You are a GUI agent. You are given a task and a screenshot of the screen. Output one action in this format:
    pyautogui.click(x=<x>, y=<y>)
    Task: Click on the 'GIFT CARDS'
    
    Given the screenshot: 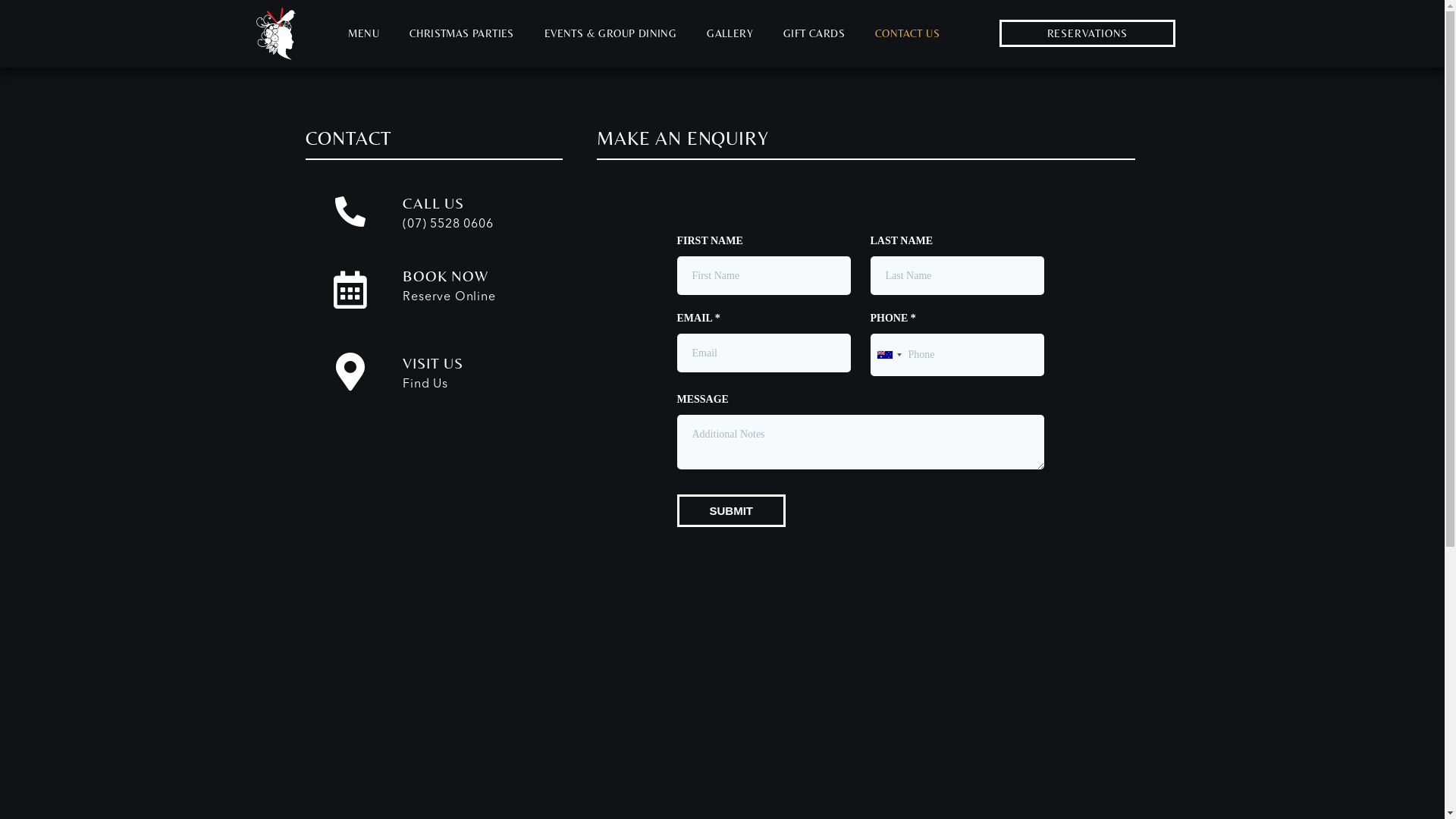 What is the action you would take?
    pyautogui.click(x=813, y=33)
    